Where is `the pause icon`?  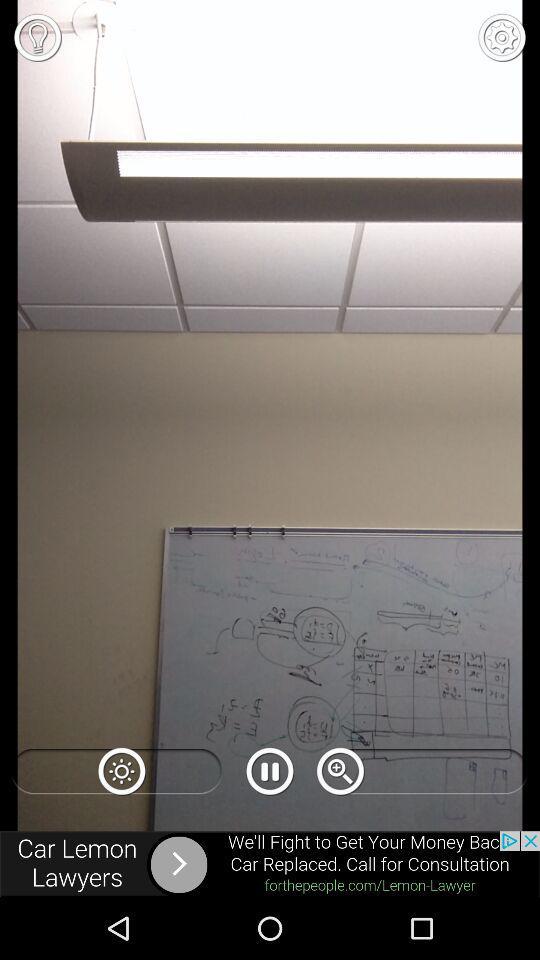
the pause icon is located at coordinates (270, 770).